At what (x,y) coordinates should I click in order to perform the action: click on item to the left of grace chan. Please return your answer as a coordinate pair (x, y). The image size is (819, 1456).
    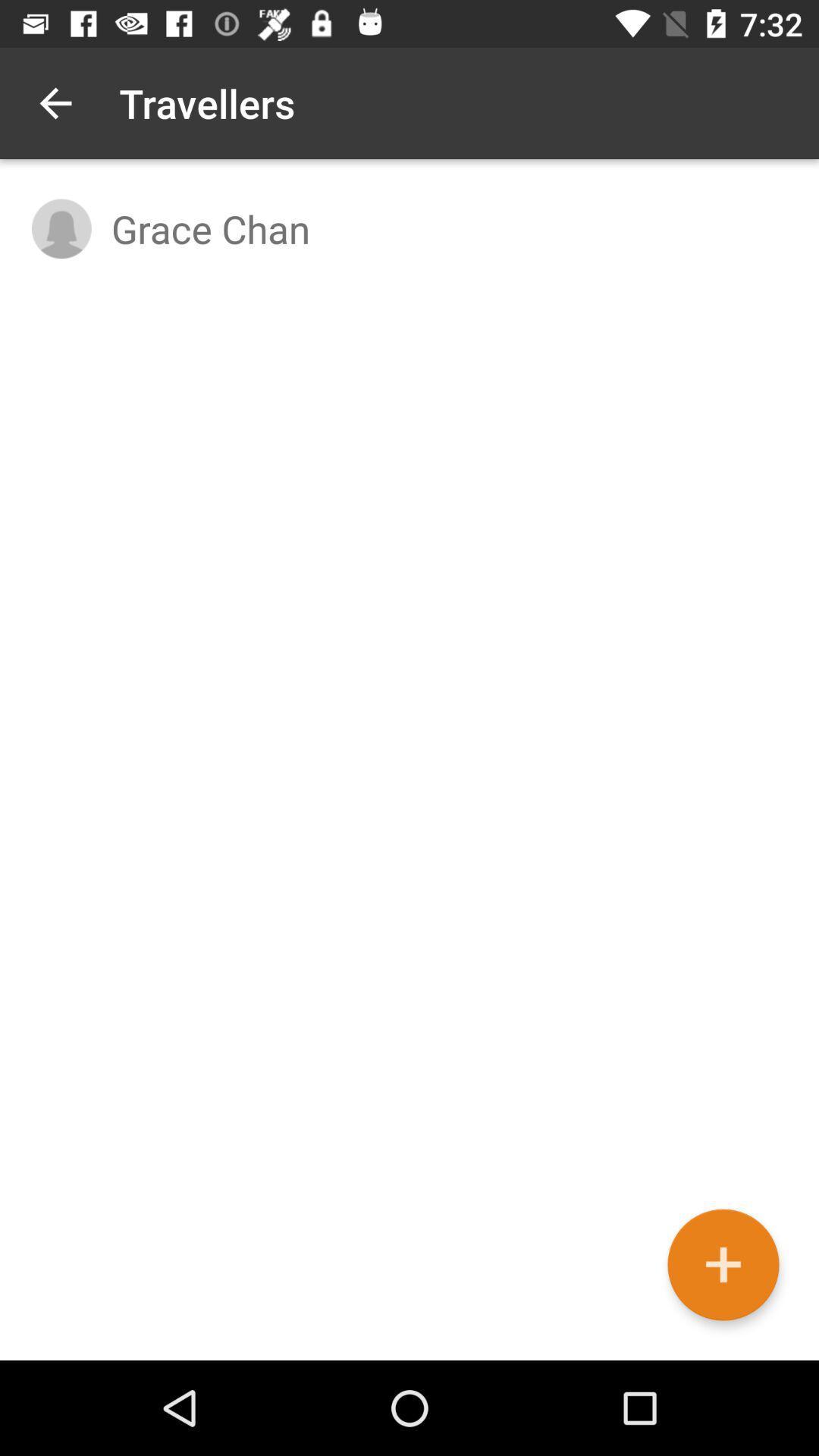
    Looking at the image, I should click on (61, 227).